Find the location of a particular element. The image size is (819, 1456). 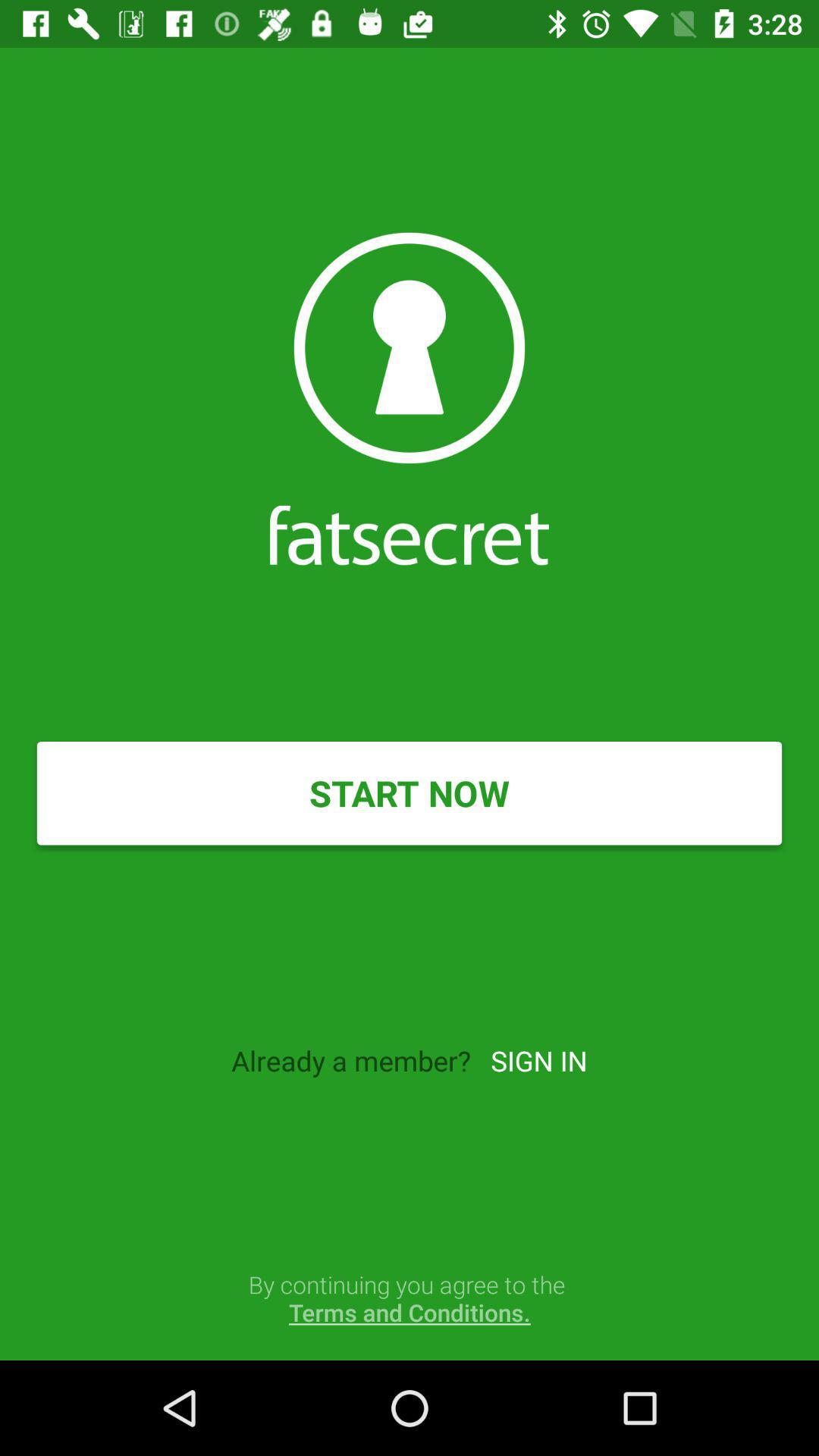

icon next to already a member? is located at coordinates (538, 1059).